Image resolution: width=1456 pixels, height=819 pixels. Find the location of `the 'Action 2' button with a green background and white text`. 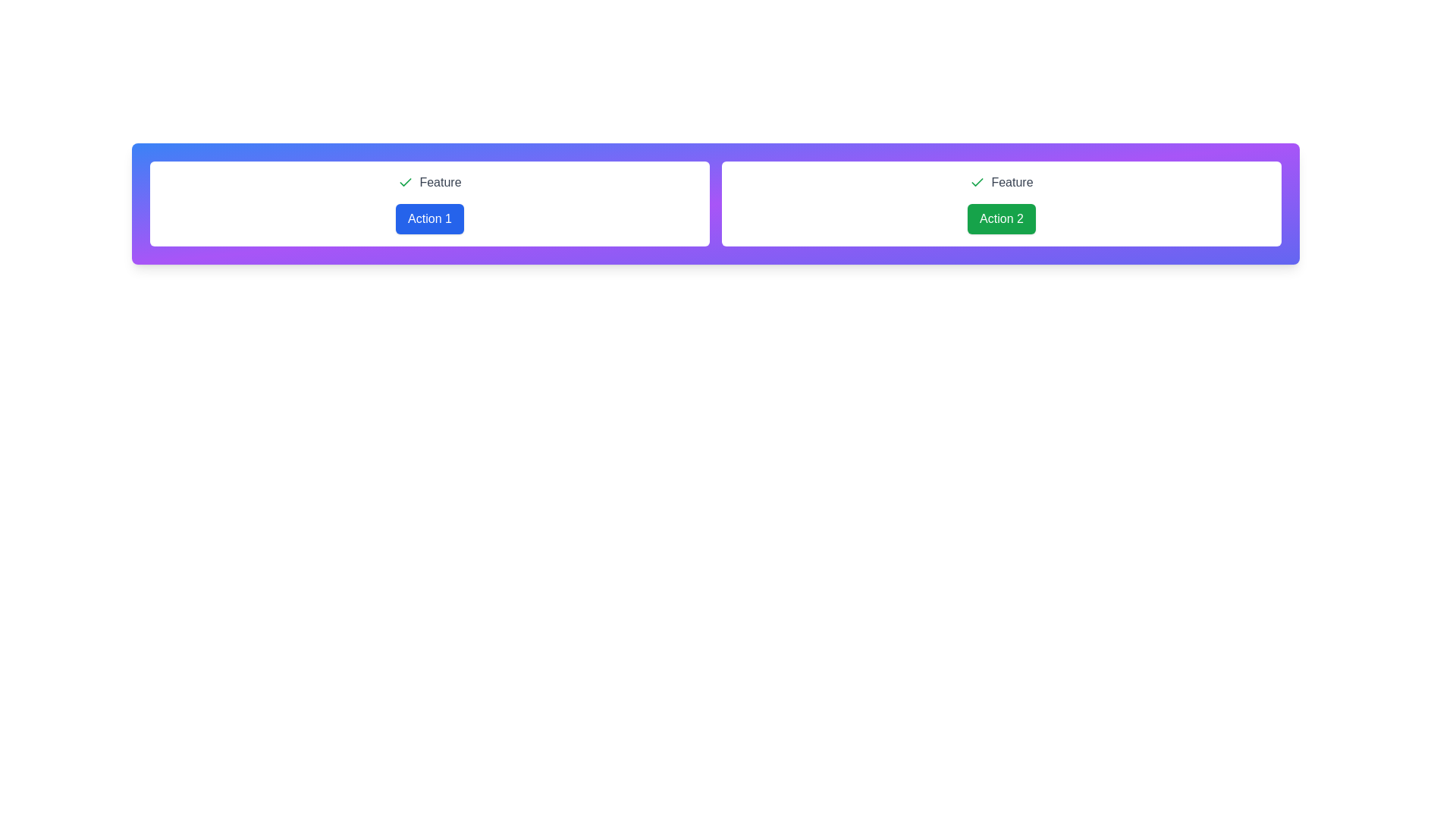

the 'Action 2' button with a green background and white text is located at coordinates (1001, 219).